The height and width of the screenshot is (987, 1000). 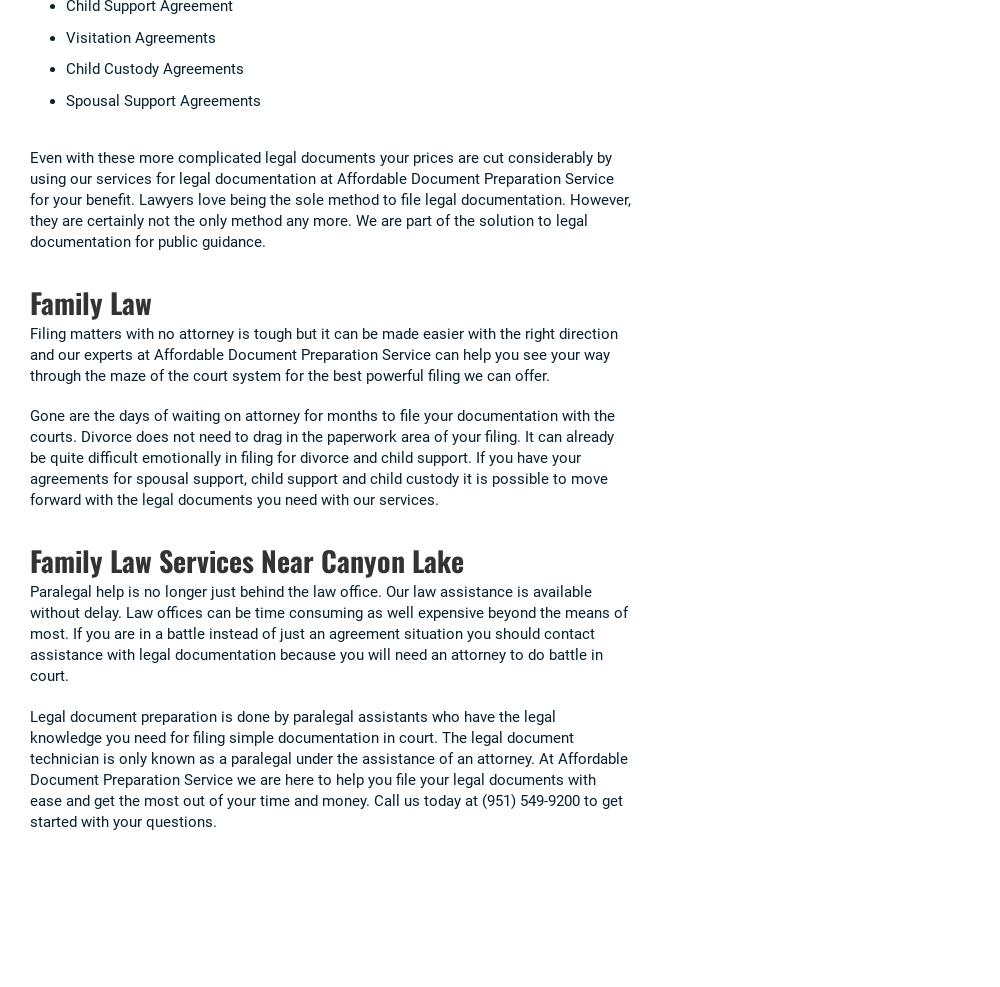 I want to click on 'Legal document preparation is done by paralegal assistants who have the legal knowledge you need for filing simple documentation in court. The legal document technician is only known as a paralegal under the assistance of an attorney. At Affordable Document Preparation Service we are here to help you file your legal documents with ease and get the most out of your time and money. Call us today at (951) 549-9200 to get started with your questions.', so click(x=328, y=767).